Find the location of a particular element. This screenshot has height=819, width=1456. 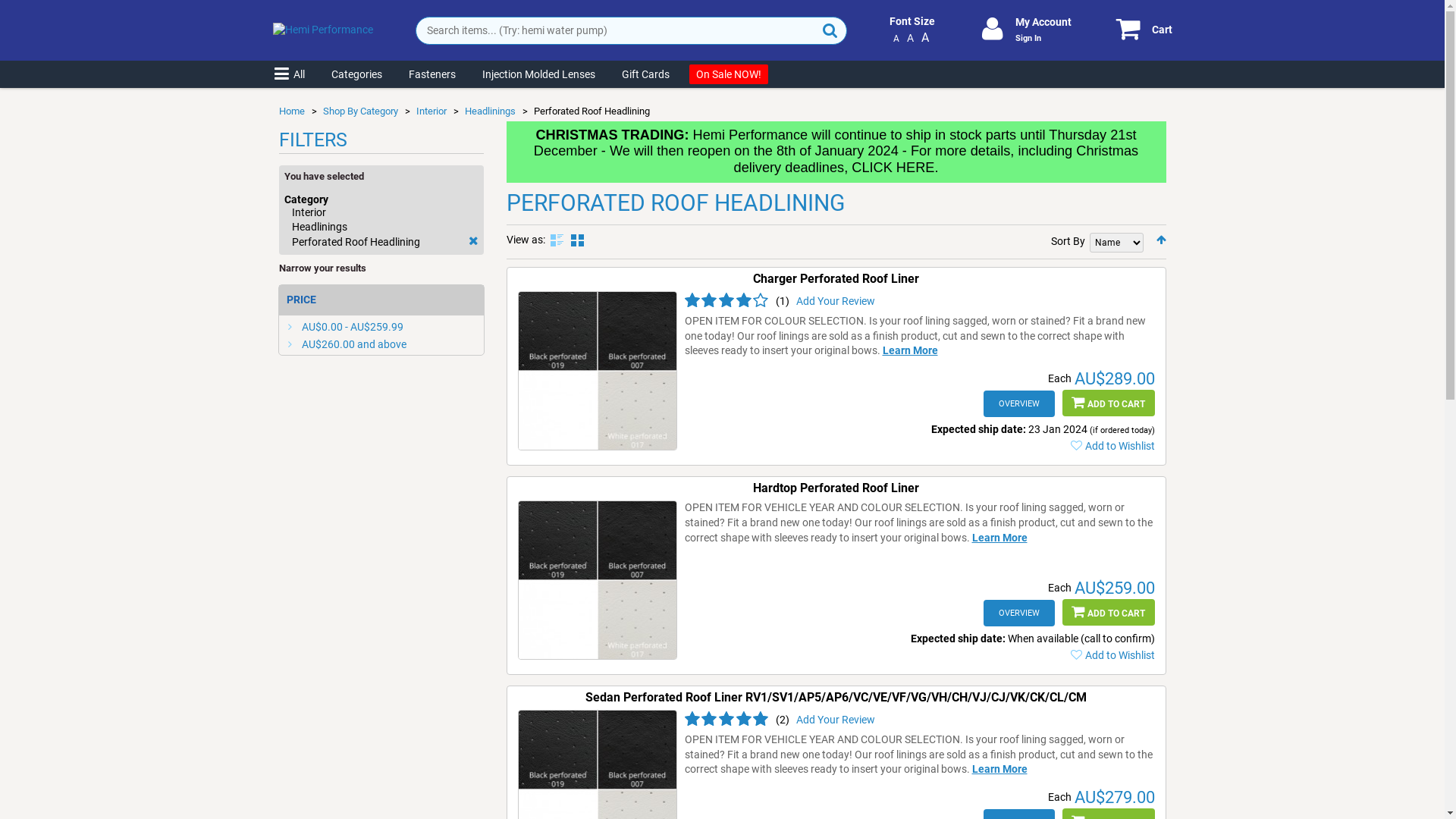

'Injection Molded Lenses' is located at coordinates (538, 74).